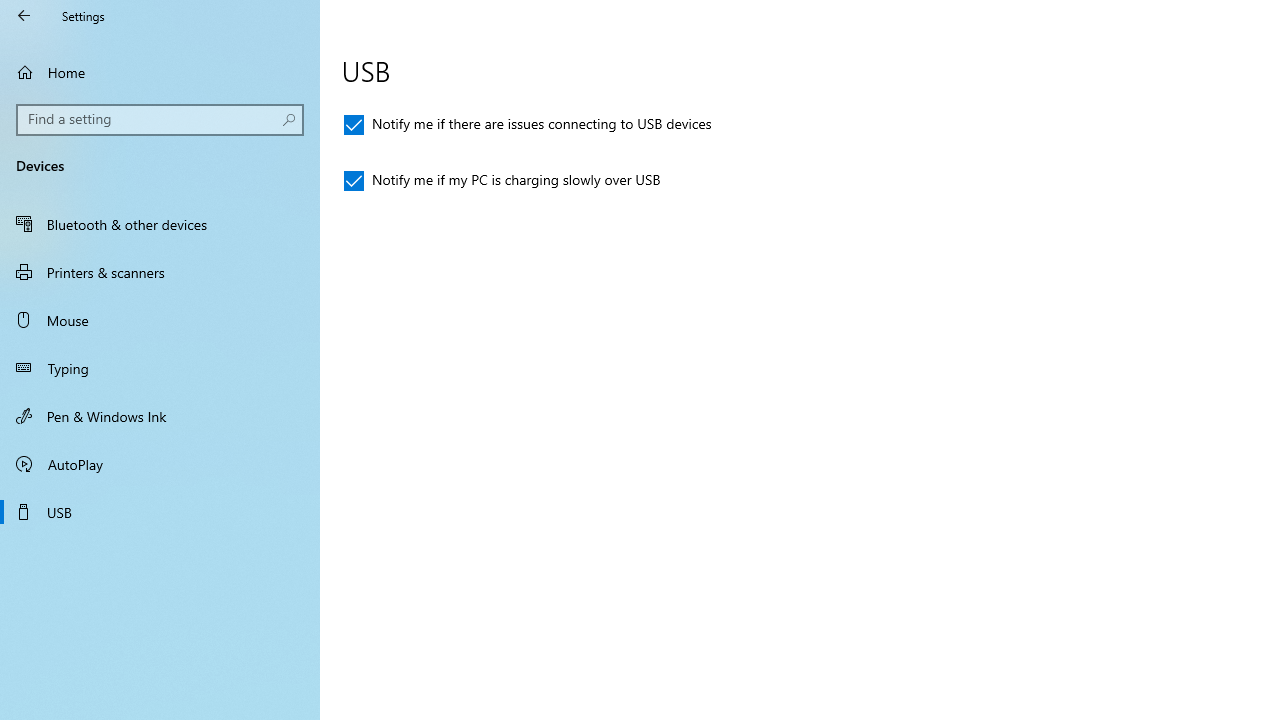 The image size is (1280, 720). I want to click on 'Bluetooth & other devices', so click(160, 223).